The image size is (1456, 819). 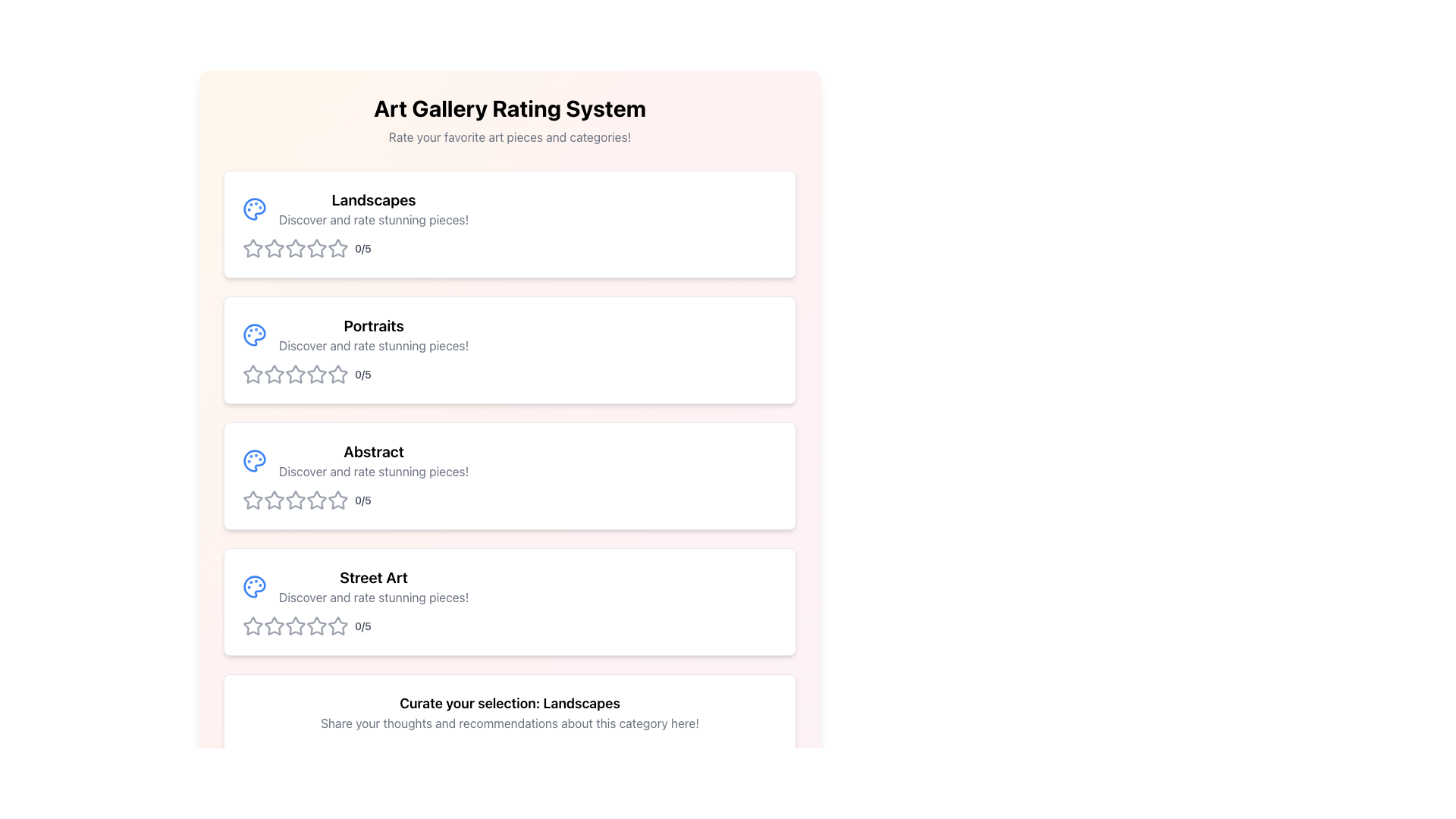 What do you see at coordinates (510, 224) in the screenshot?
I see `the Interactive rating module for the 'Landscapes' category, which is the first module in the 'Art Gallery Rating System' section` at bounding box center [510, 224].